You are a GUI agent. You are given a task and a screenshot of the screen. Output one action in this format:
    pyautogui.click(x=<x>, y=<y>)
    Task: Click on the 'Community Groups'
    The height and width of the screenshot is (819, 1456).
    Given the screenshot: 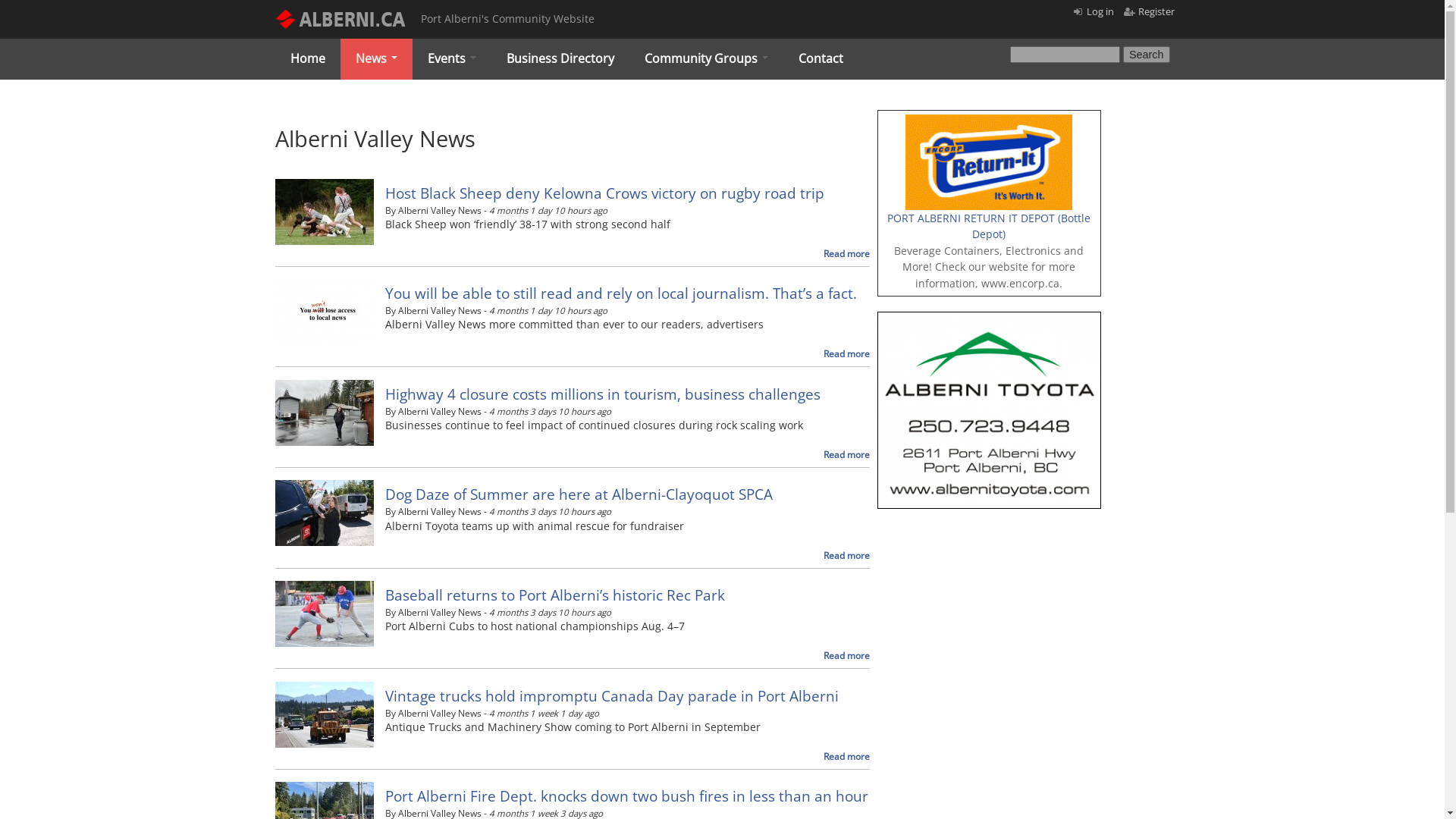 What is the action you would take?
    pyautogui.click(x=705, y=58)
    